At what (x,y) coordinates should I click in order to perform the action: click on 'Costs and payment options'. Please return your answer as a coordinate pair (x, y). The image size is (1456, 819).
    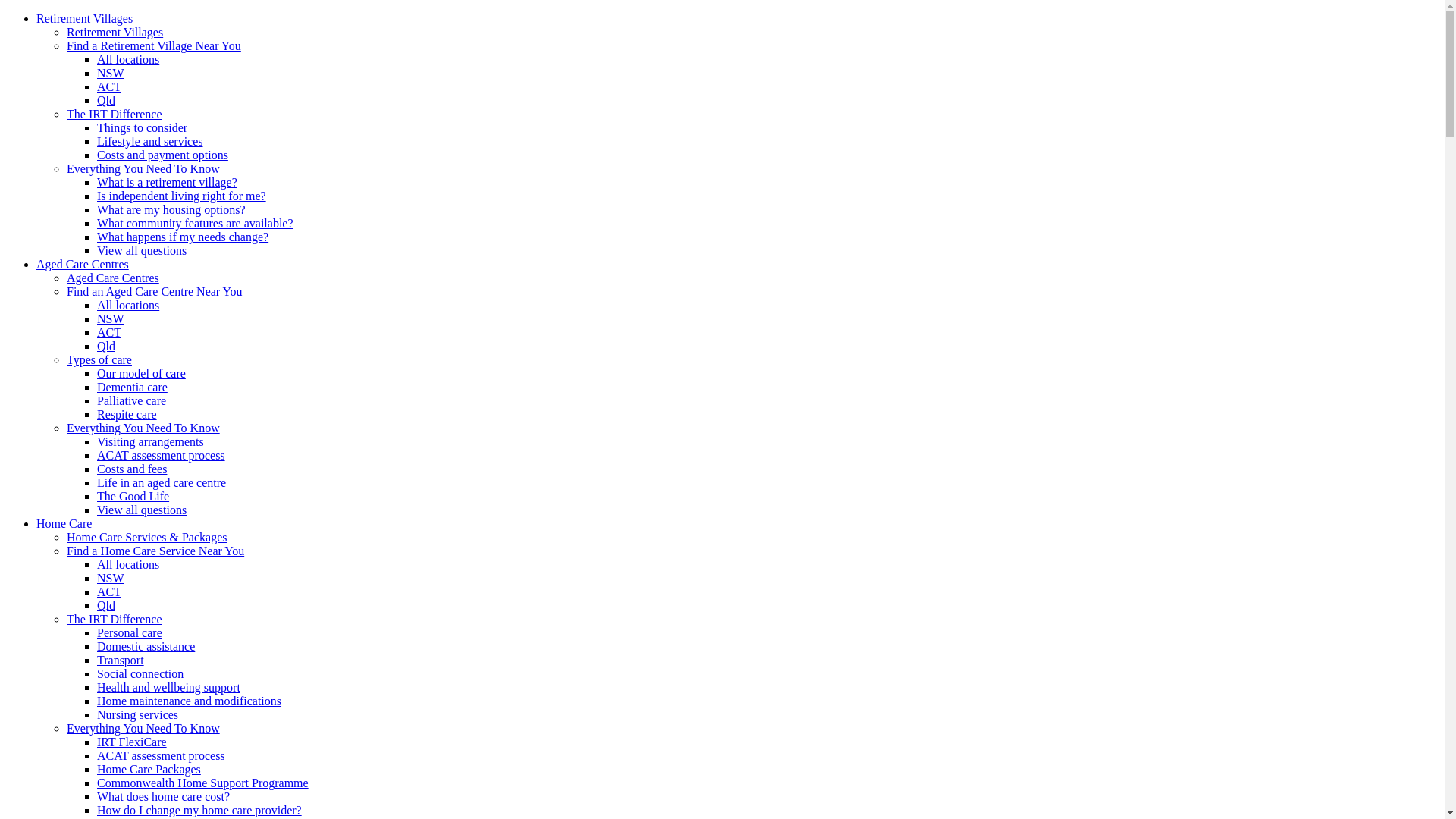
    Looking at the image, I should click on (162, 155).